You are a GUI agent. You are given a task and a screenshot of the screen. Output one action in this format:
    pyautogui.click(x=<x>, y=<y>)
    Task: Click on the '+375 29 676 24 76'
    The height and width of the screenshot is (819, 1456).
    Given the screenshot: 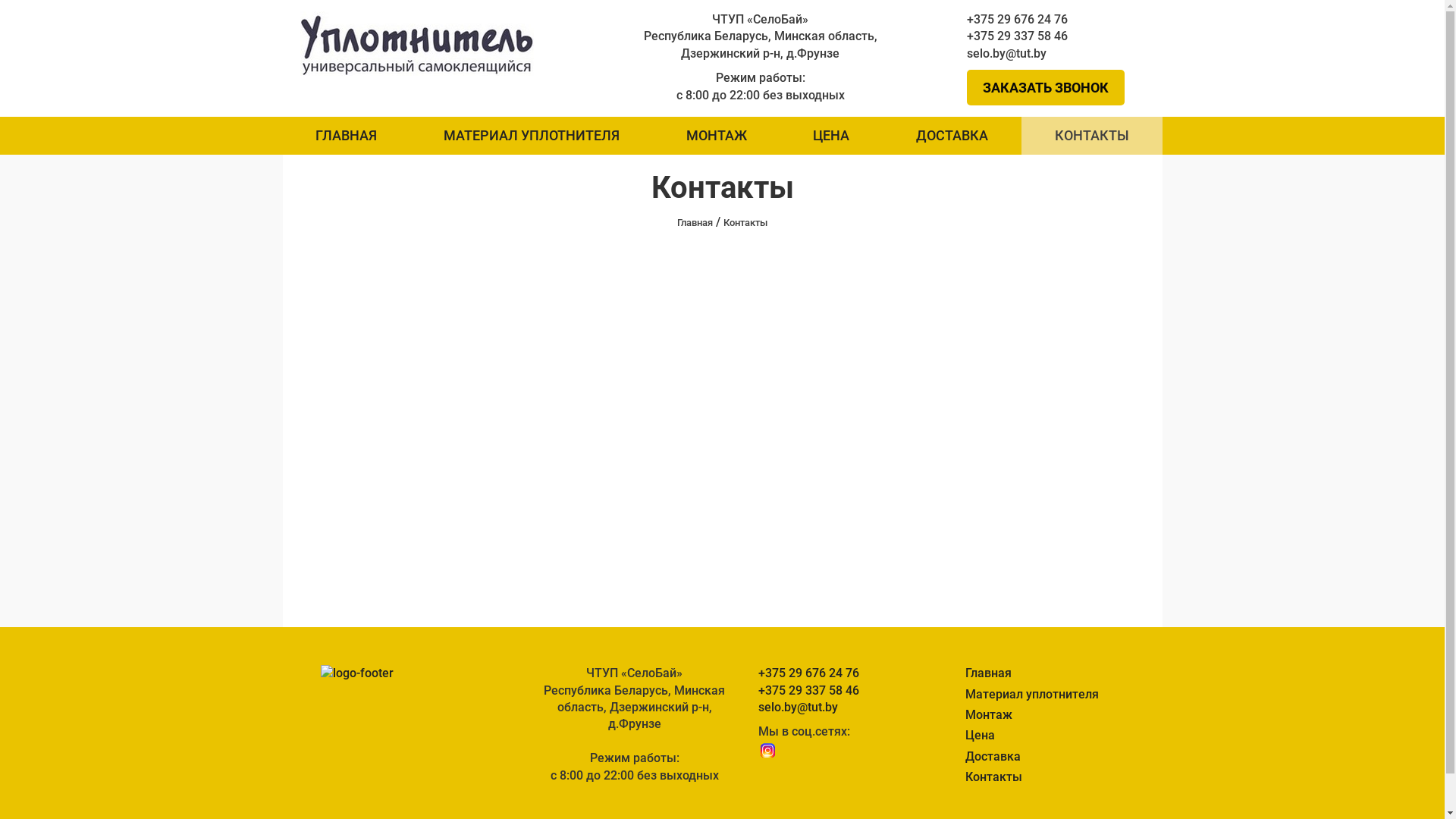 What is the action you would take?
    pyautogui.click(x=833, y=672)
    